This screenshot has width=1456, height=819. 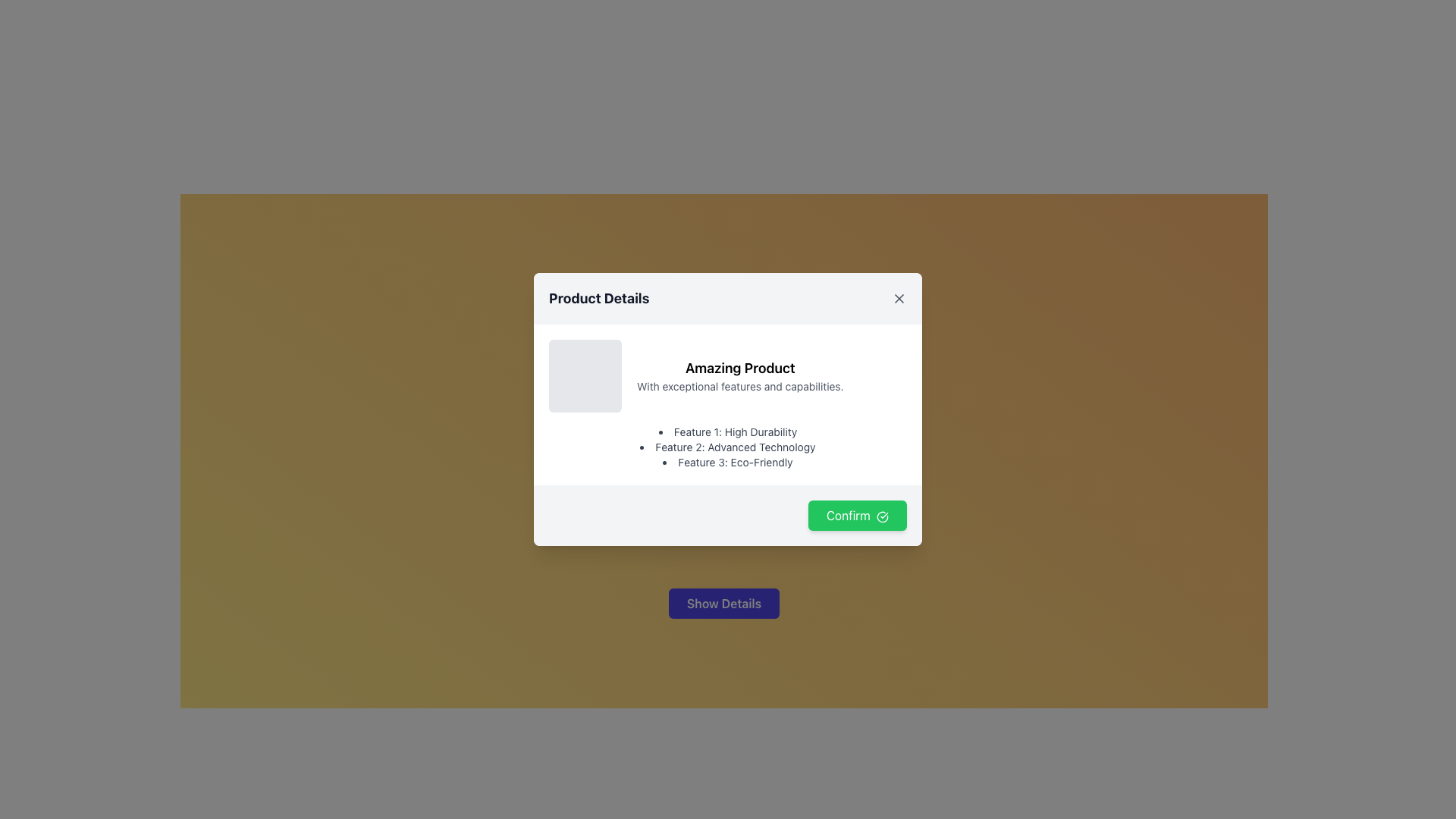 I want to click on text from the informational content block titled 'Amazing Product' located in the center of the 'Product Details' dialog, so click(x=728, y=375).